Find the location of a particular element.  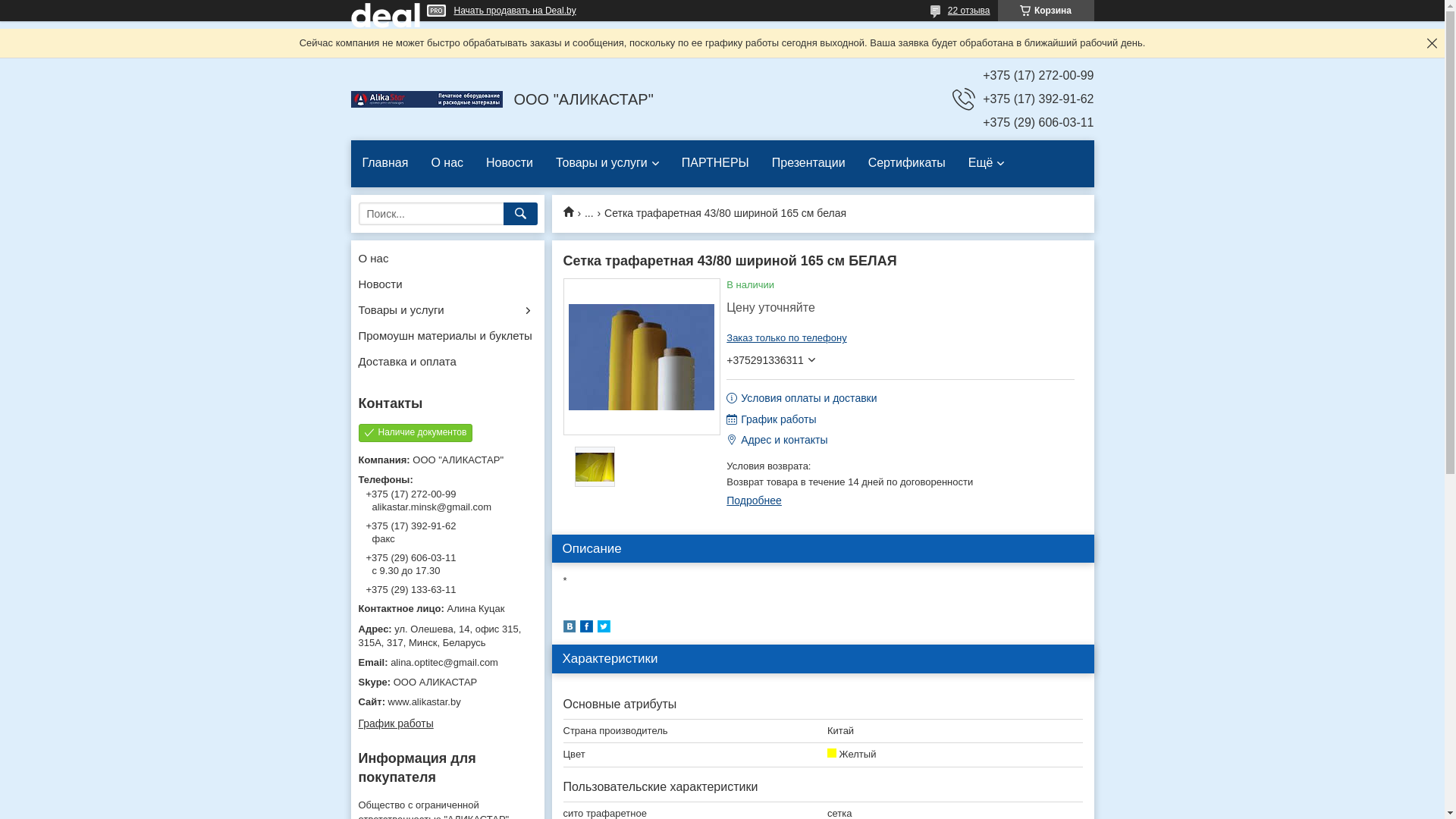

'twitter' is located at coordinates (603, 629).